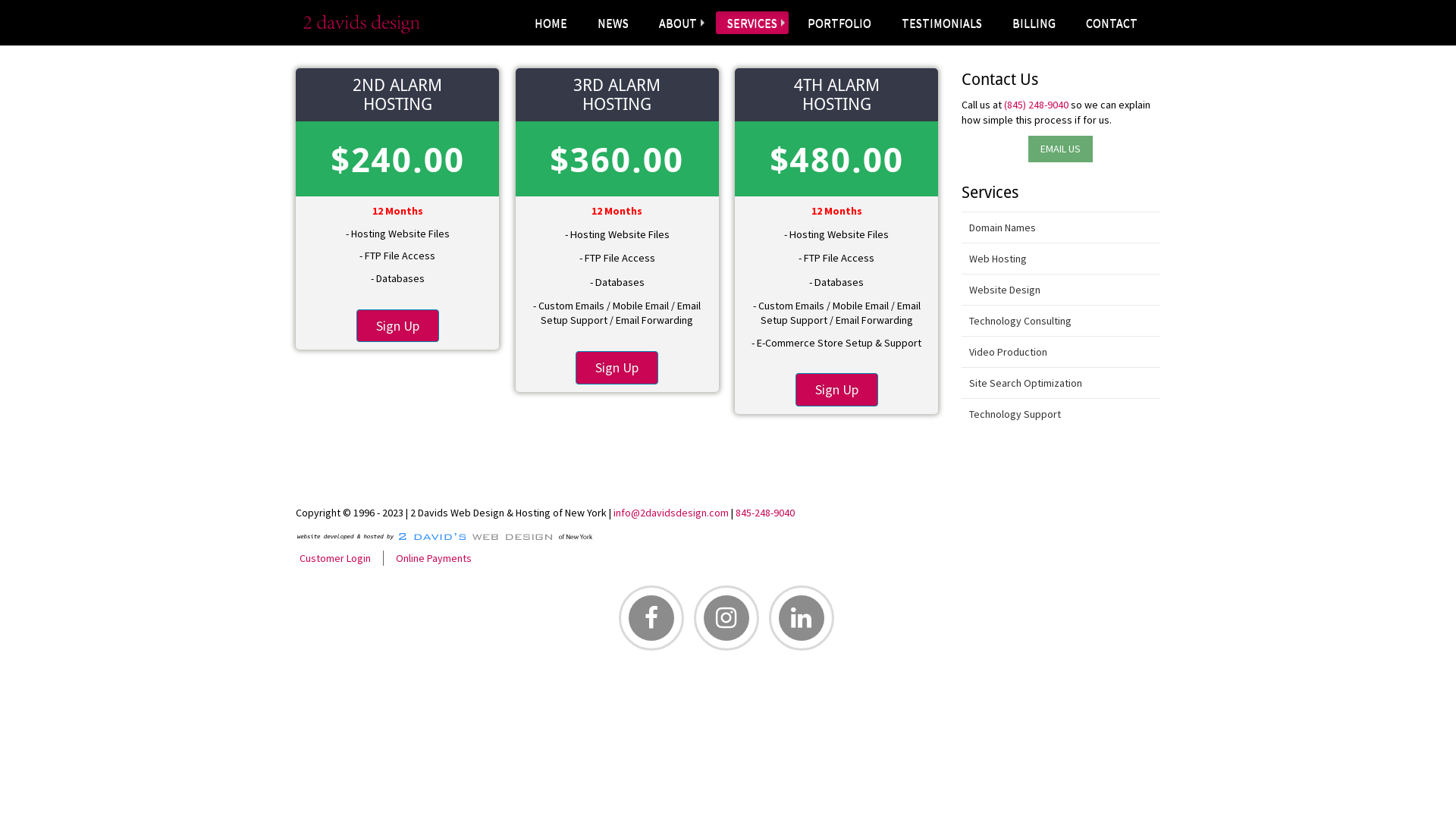 The height and width of the screenshot is (819, 1456). What do you see at coordinates (839, 23) in the screenshot?
I see `'PORTFOLIO'` at bounding box center [839, 23].